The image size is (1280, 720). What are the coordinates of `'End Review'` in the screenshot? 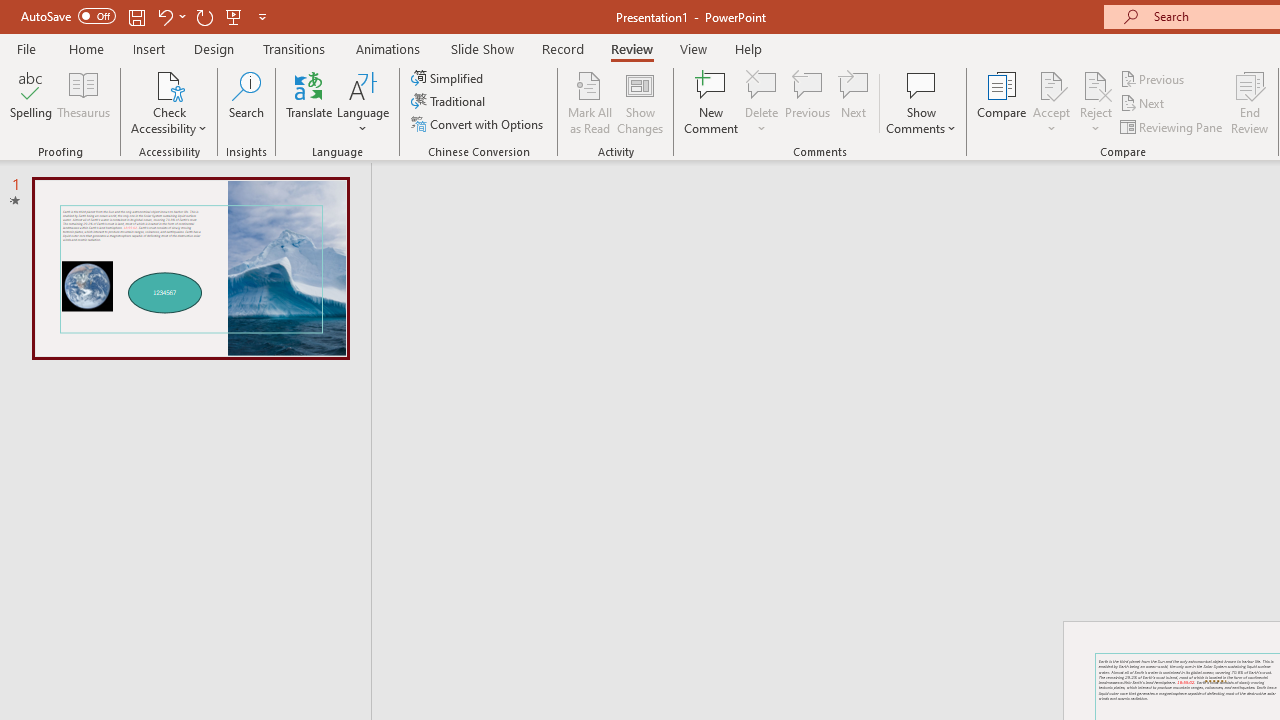 It's located at (1248, 103).